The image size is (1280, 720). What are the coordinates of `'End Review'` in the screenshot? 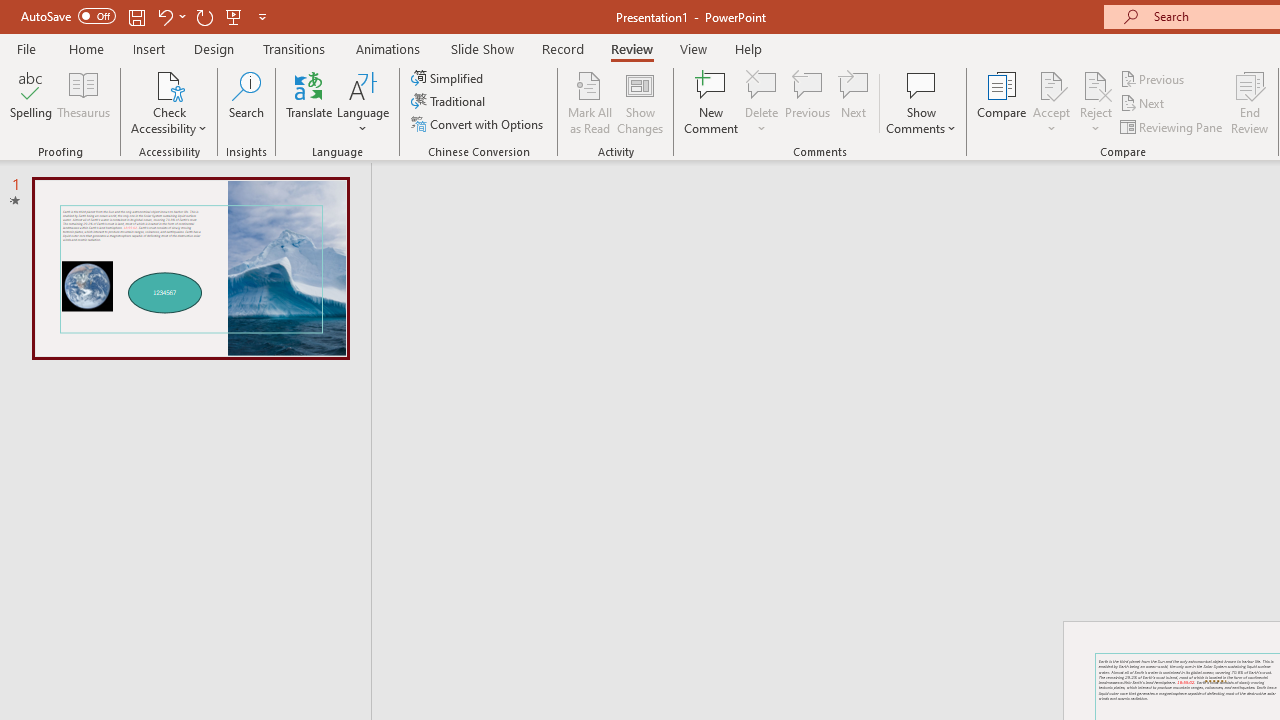 It's located at (1248, 103).